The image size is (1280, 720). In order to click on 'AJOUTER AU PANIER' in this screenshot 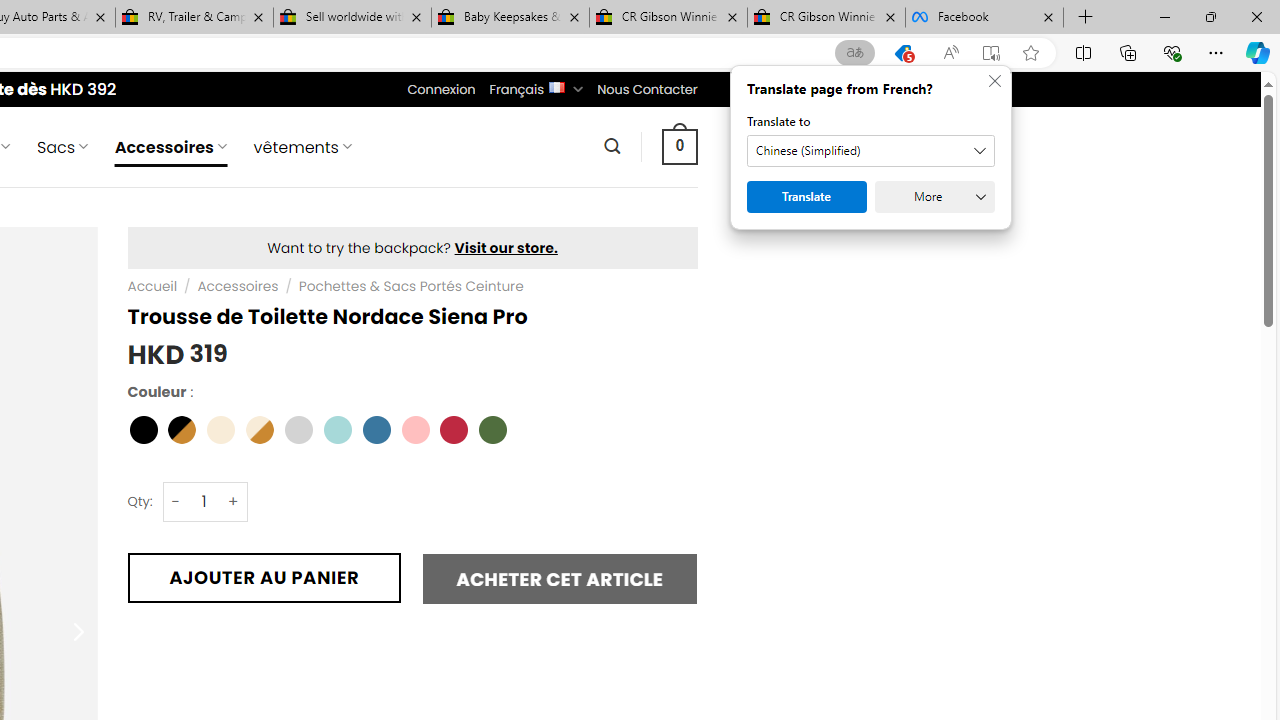, I will do `click(263, 577)`.